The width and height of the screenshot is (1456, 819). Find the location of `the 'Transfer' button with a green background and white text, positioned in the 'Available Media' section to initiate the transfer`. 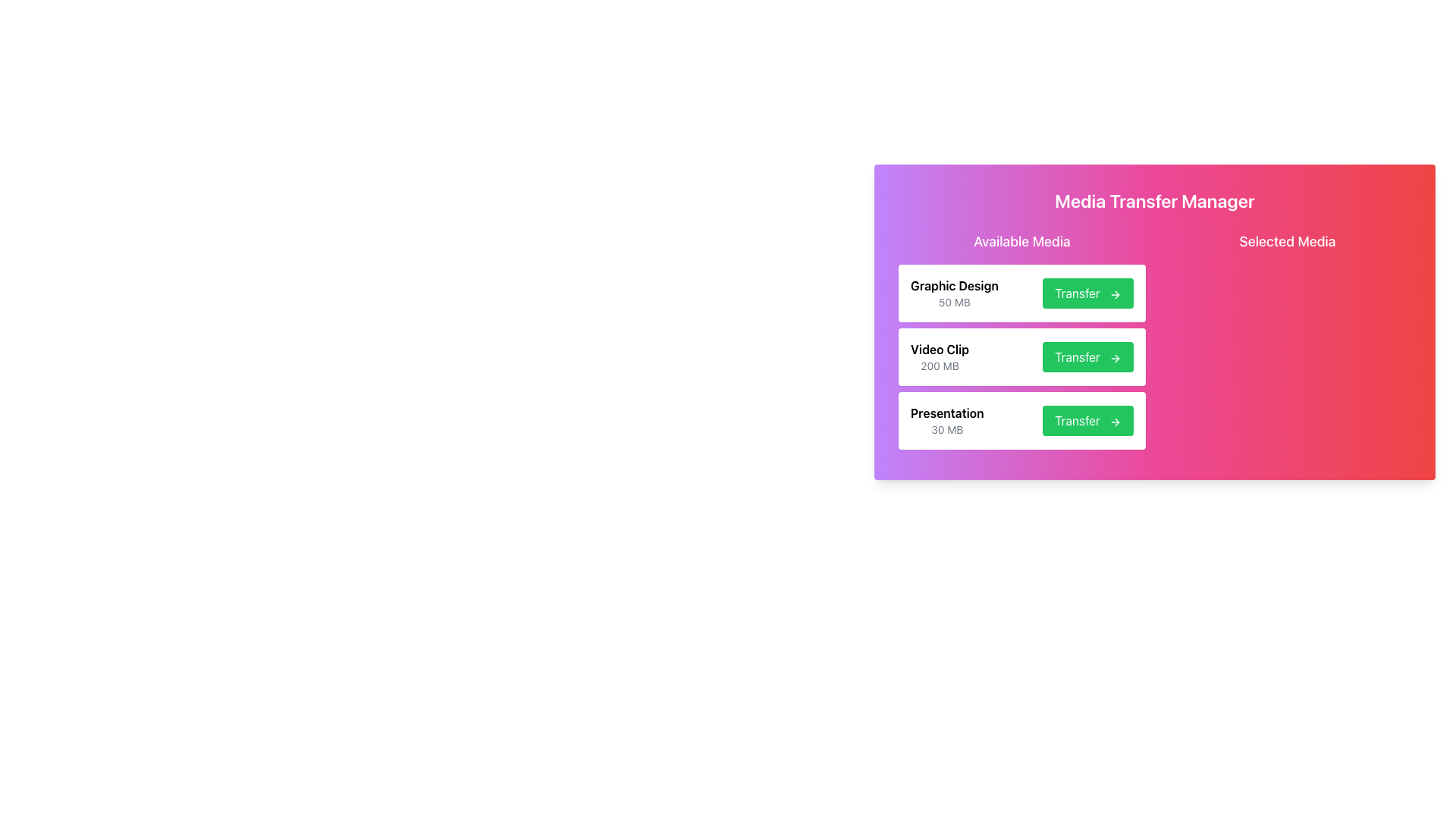

the 'Transfer' button with a green background and white text, positioned in the 'Available Media' section to initiate the transfer is located at coordinates (1087, 356).